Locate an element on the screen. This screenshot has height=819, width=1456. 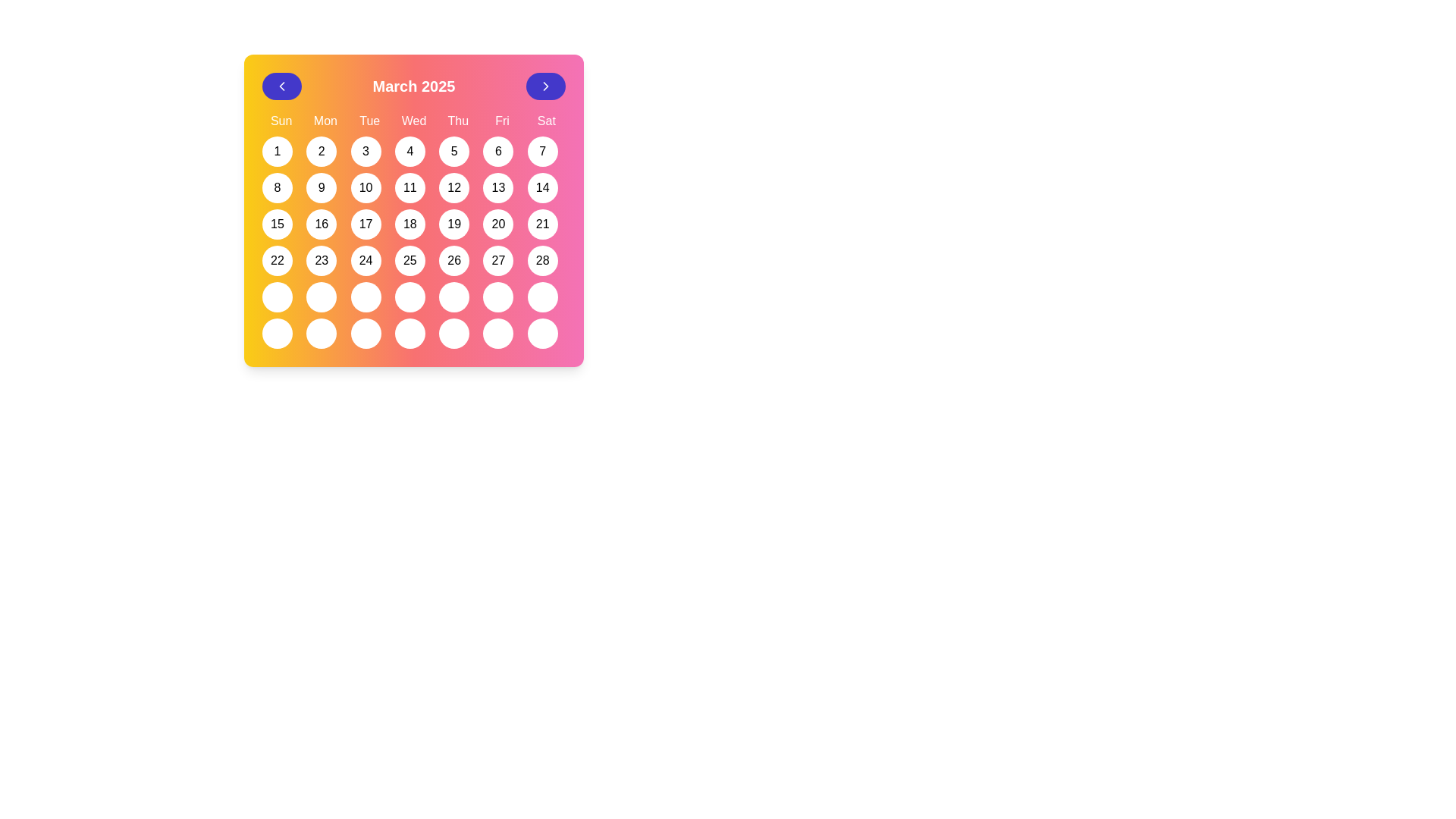
the circular button icon located at the top-left corner of the calendar interface is located at coordinates (282, 86).